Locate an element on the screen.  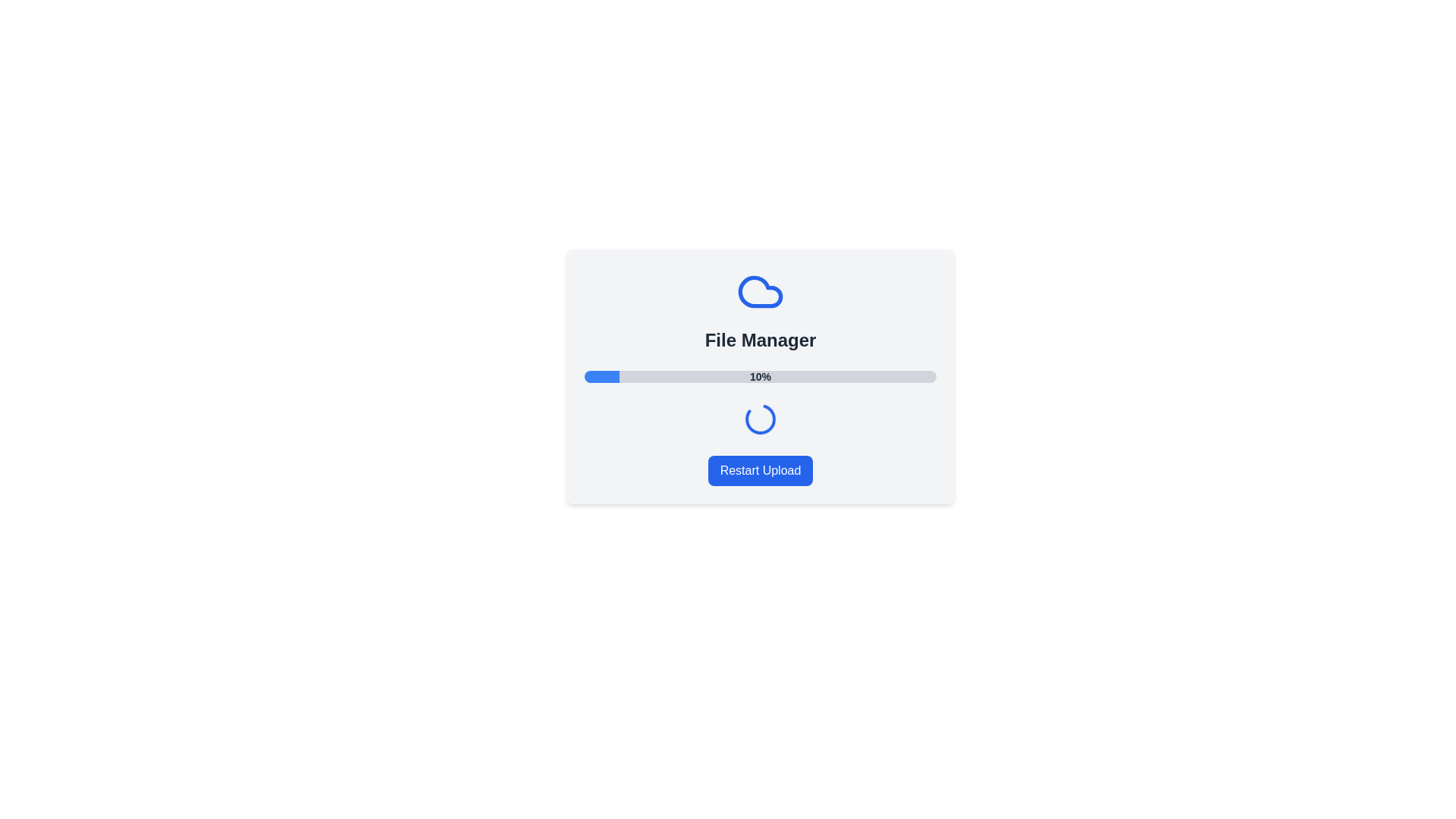
the blue 'Restart Upload' button with white text to restart the upload process is located at coordinates (761, 470).